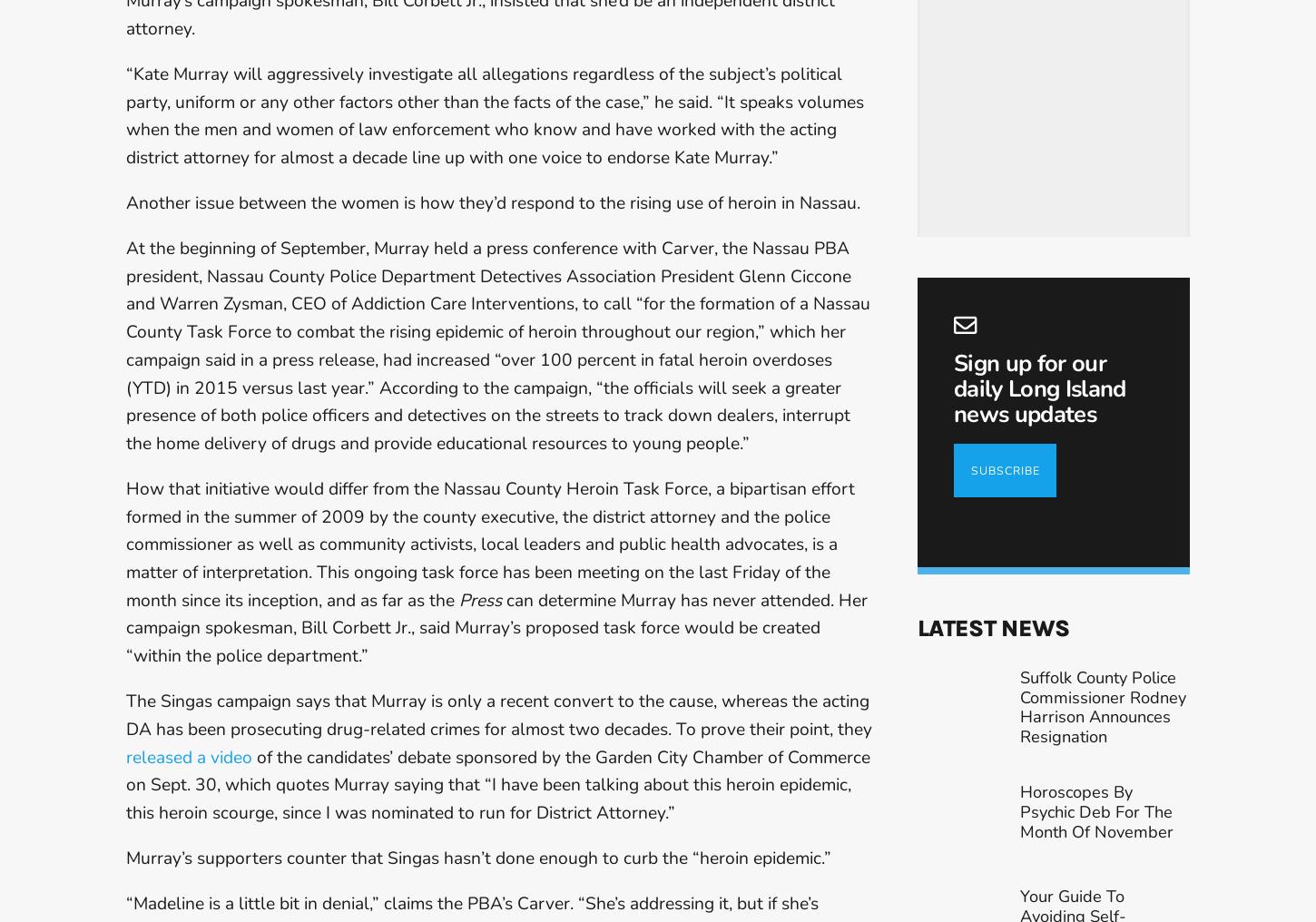 Image resolution: width=1316 pixels, height=922 pixels. What do you see at coordinates (1102, 746) in the screenshot?
I see `'Rodney Harrison Announces'` at bounding box center [1102, 746].